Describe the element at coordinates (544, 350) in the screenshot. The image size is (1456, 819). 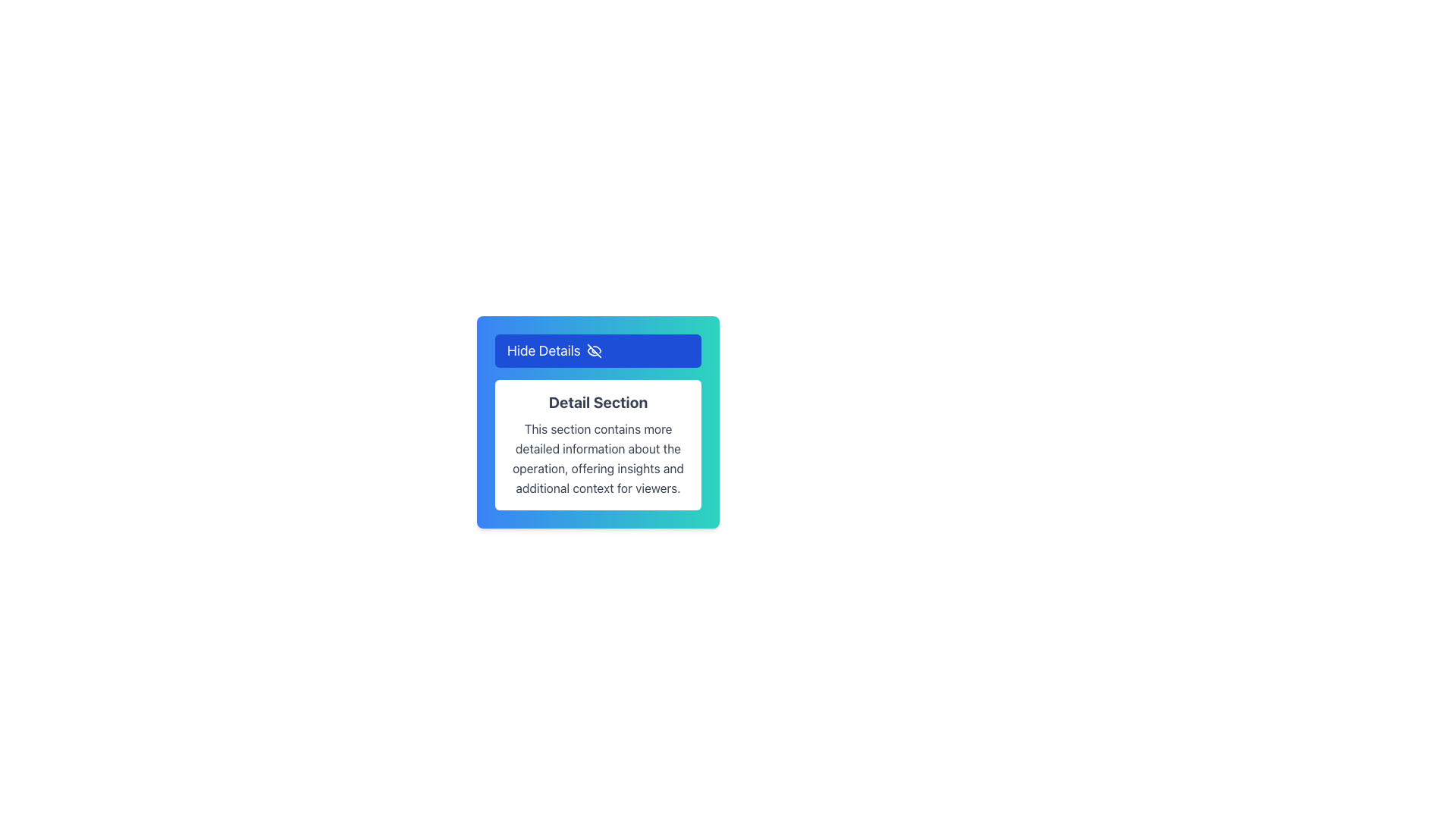
I see `the text label within the button that indicates the action to hide additional information` at that location.